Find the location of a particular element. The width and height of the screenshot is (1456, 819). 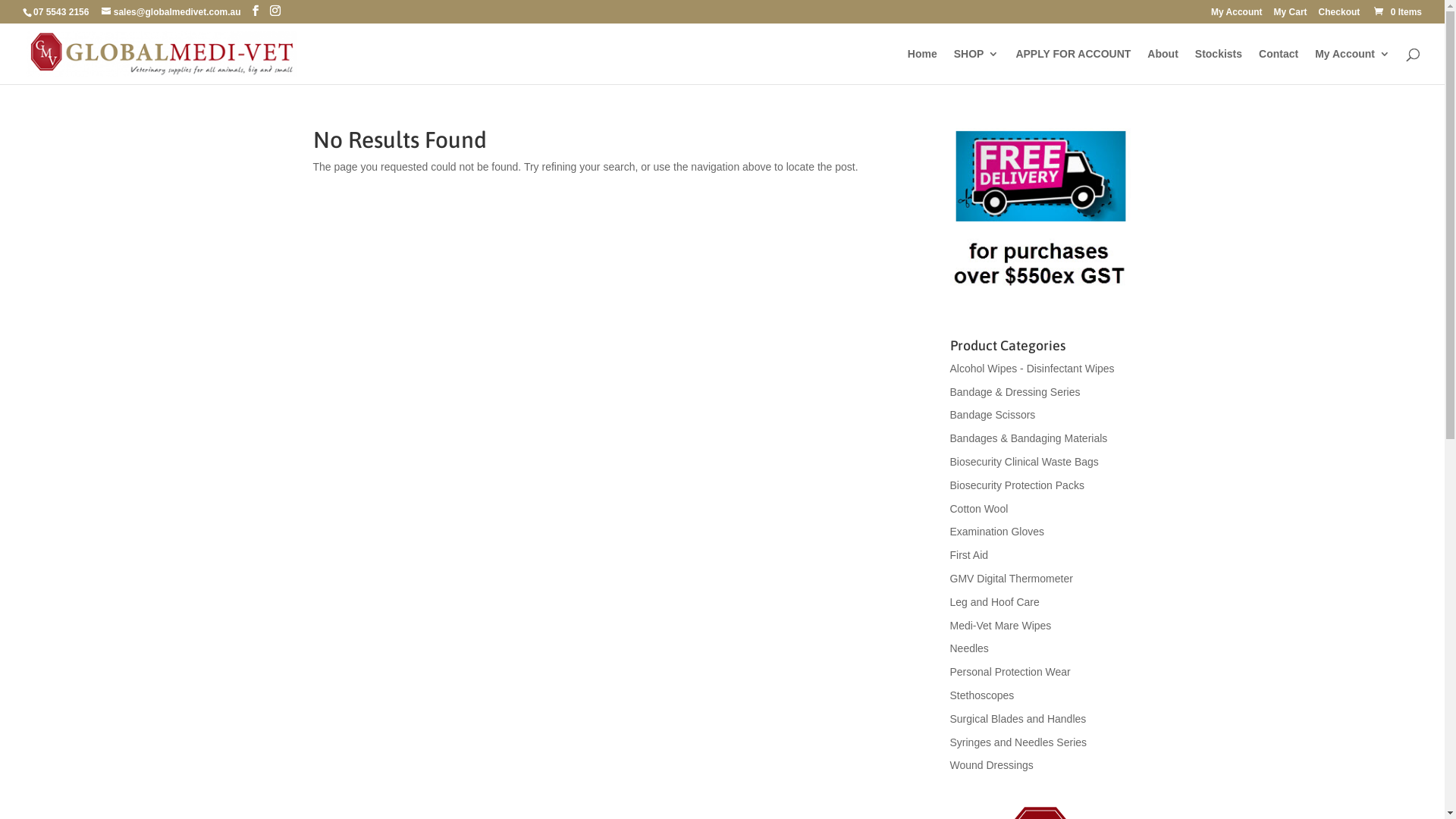

'Stethoscopes' is located at coordinates (981, 695).